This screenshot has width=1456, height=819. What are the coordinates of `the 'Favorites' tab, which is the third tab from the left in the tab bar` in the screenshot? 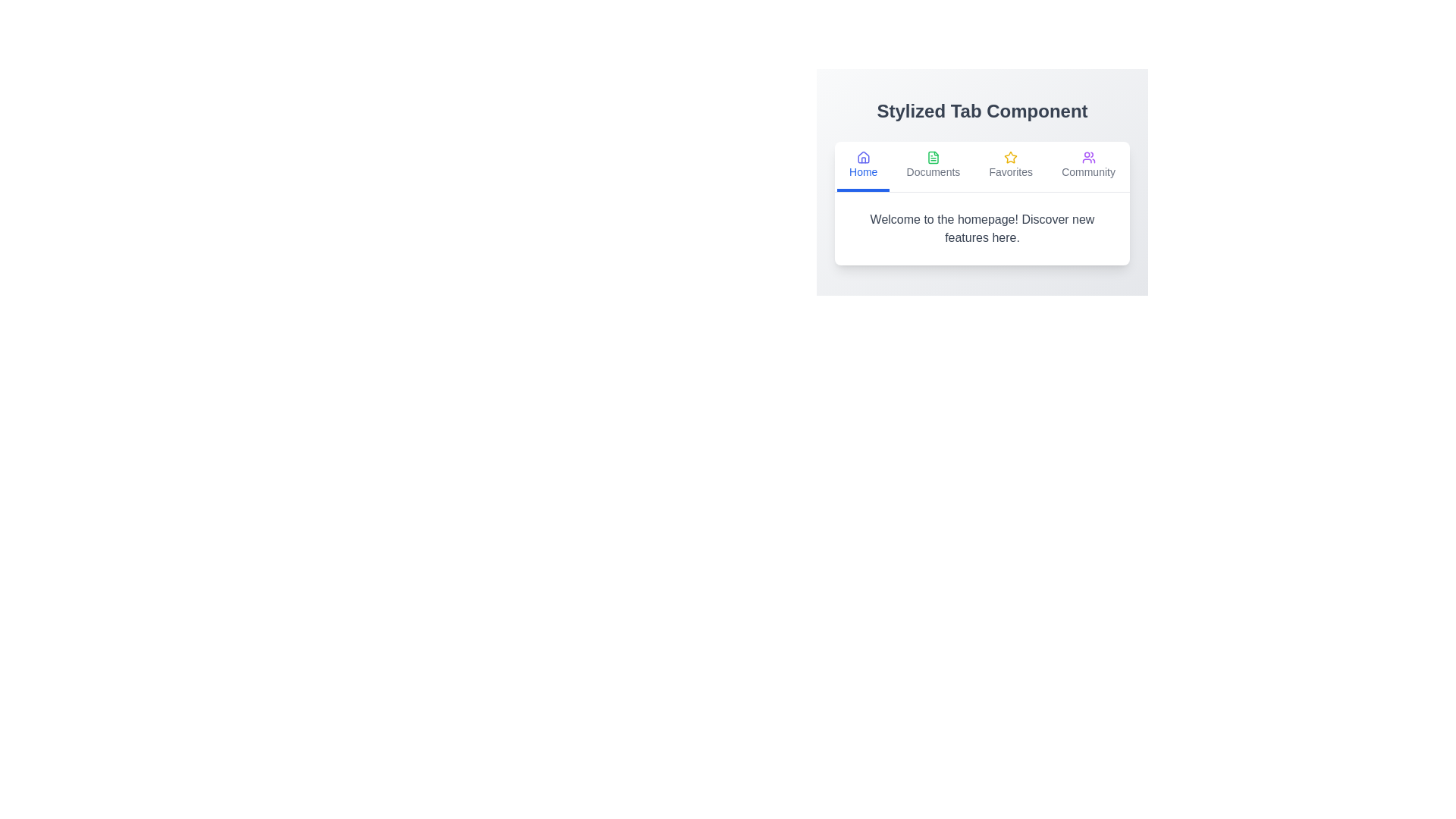 It's located at (1011, 166).